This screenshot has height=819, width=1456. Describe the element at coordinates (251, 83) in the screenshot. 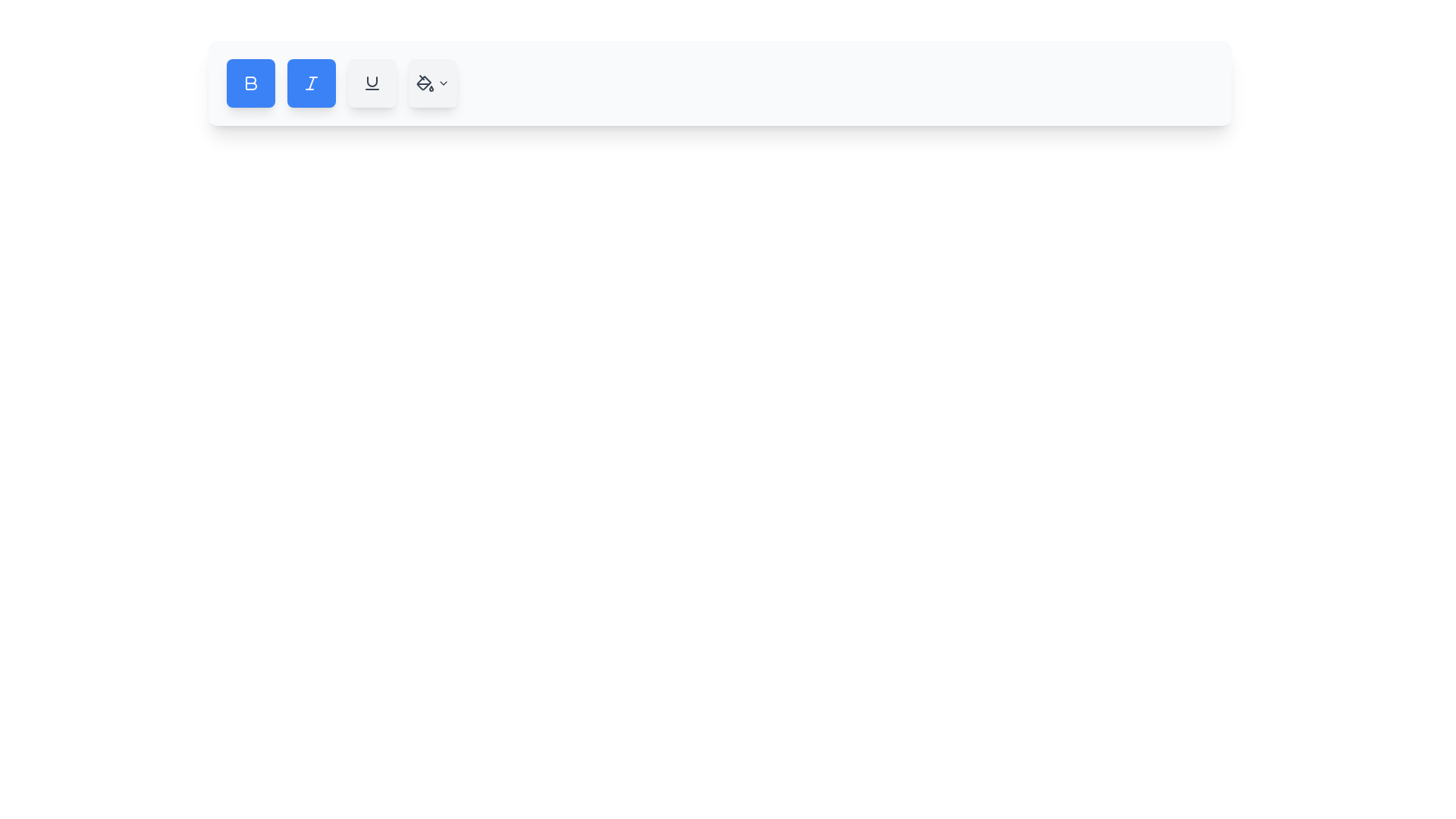

I see `the blue square button with a white 'B' icon` at that location.